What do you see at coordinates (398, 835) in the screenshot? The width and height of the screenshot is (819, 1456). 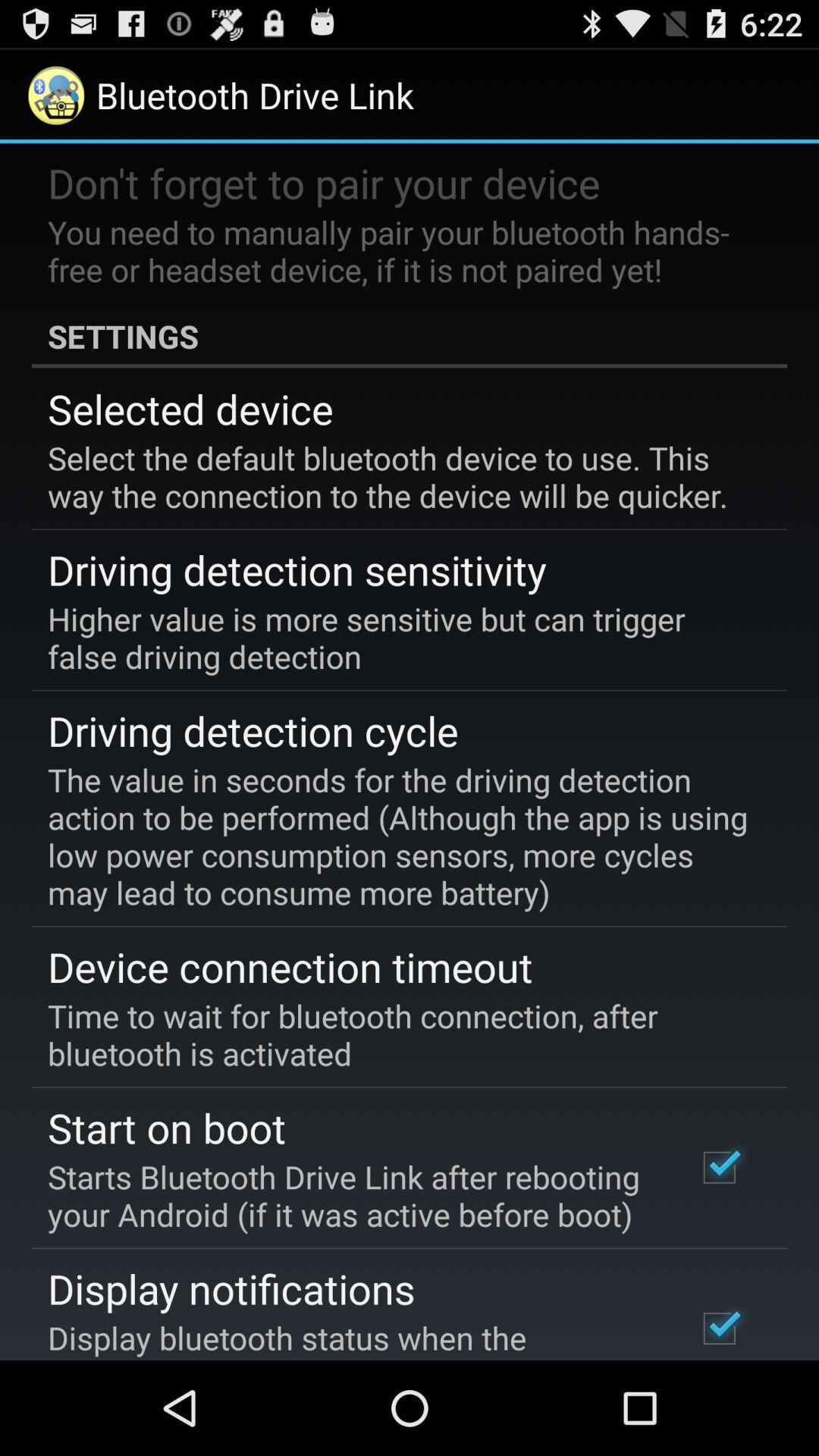 I see `the icon below the driving detection cycle icon` at bounding box center [398, 835].